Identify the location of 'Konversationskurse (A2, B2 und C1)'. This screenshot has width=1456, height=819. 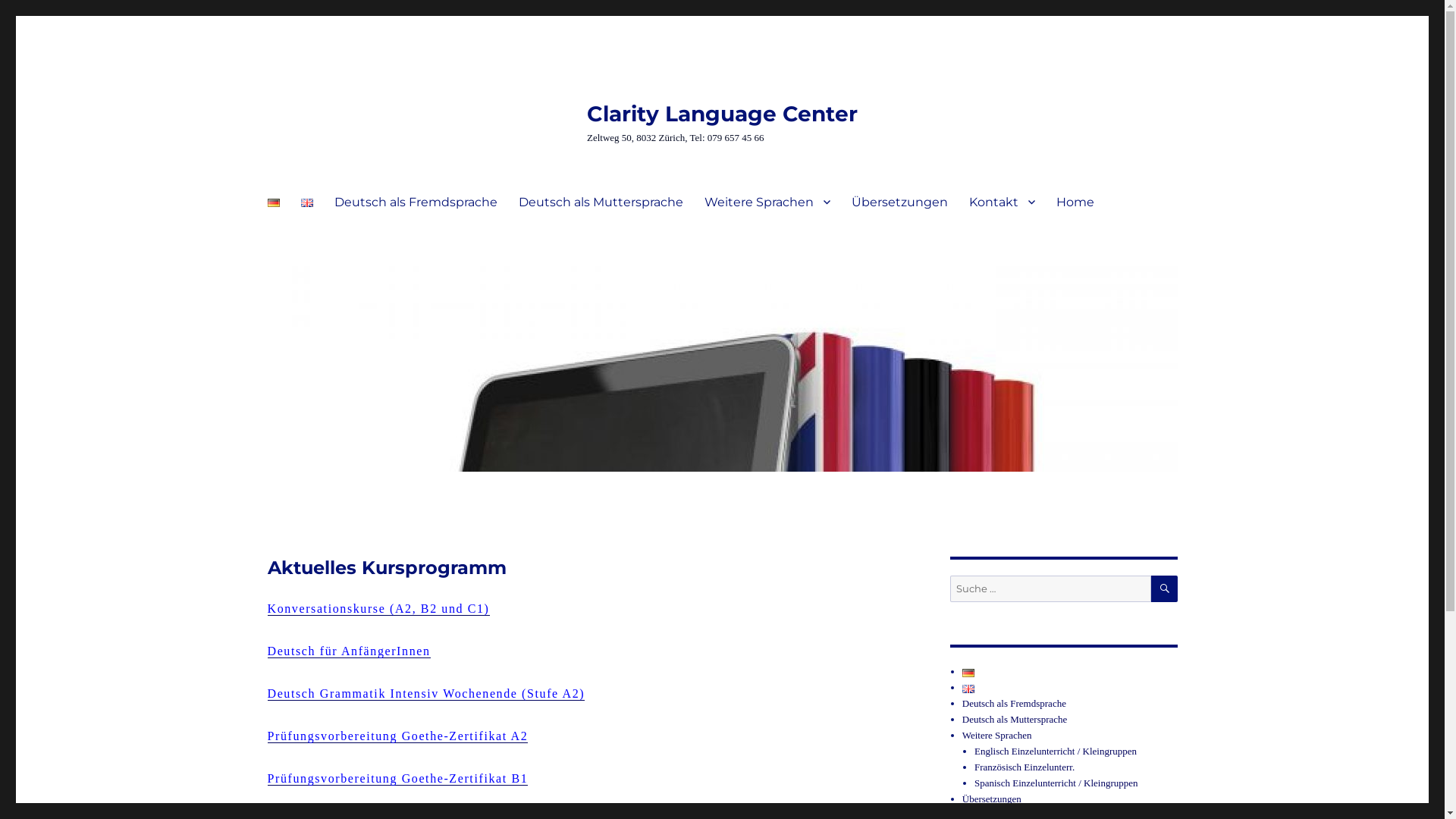
(378, 607).